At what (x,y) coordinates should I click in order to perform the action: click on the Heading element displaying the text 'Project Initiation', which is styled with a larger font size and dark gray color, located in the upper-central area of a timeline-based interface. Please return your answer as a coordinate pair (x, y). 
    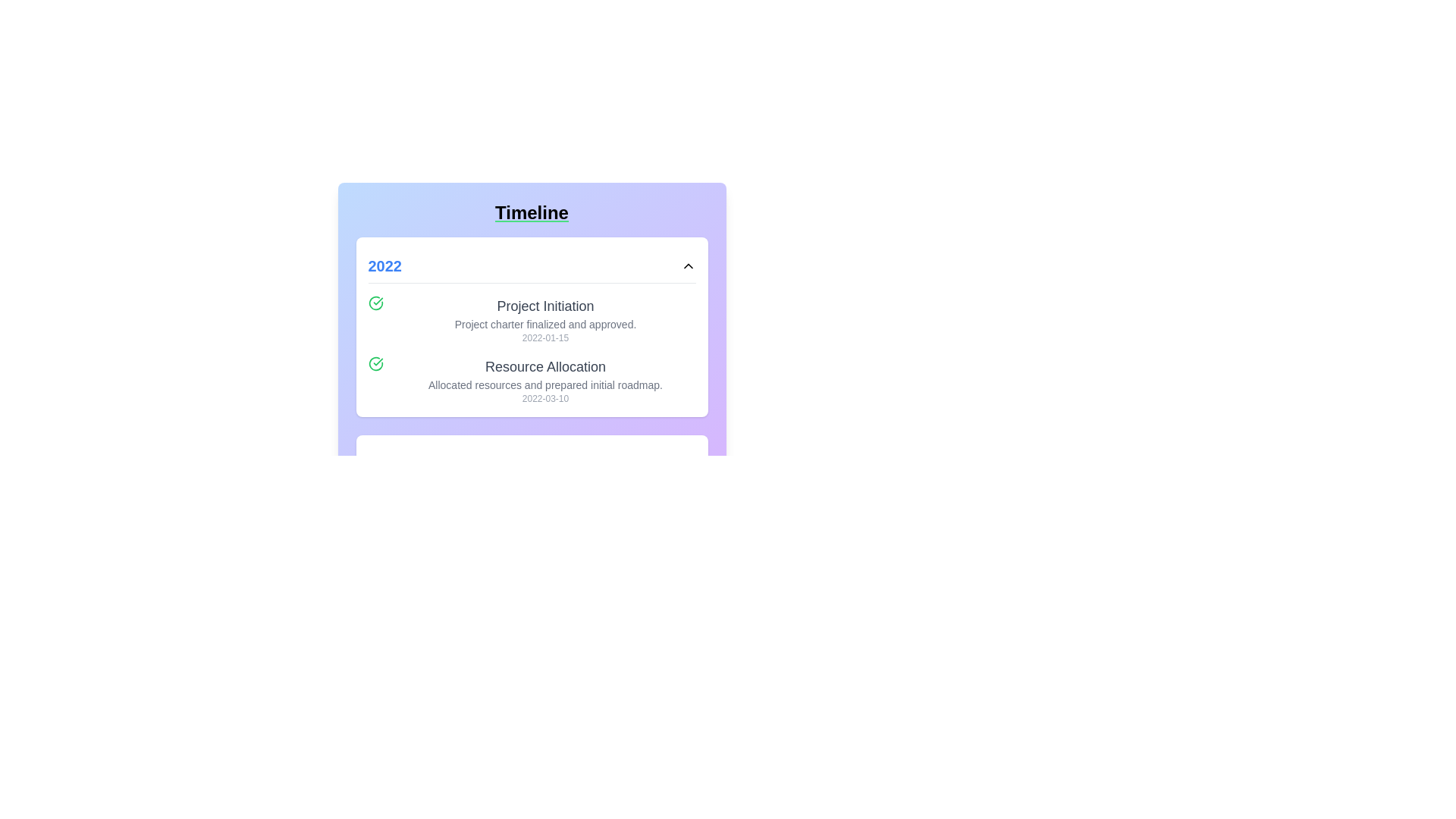
    Looking at the image, I should click on (545, 306).